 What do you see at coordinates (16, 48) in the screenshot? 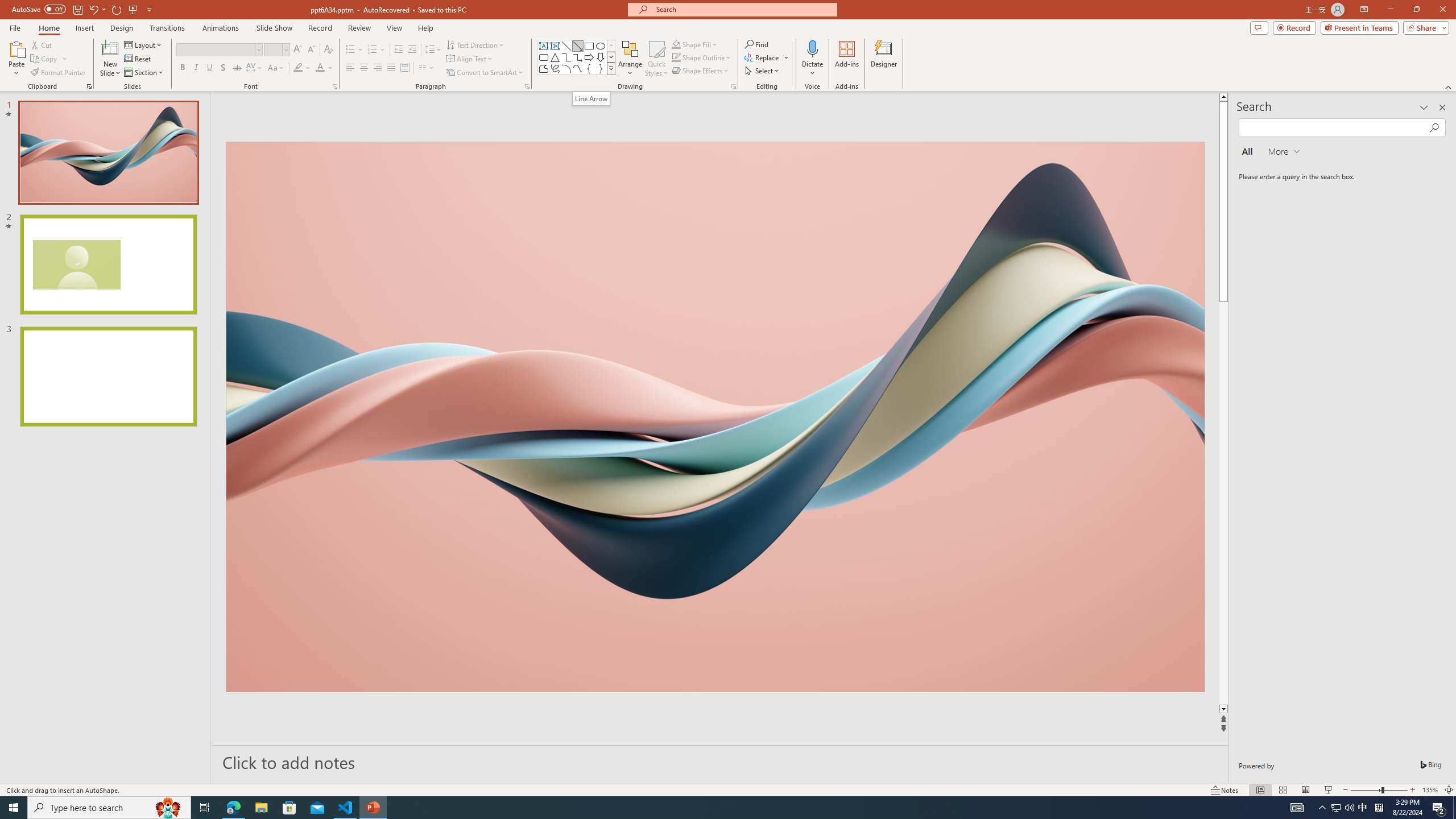
I see `'Paste'` at bounding box center [16, 48].